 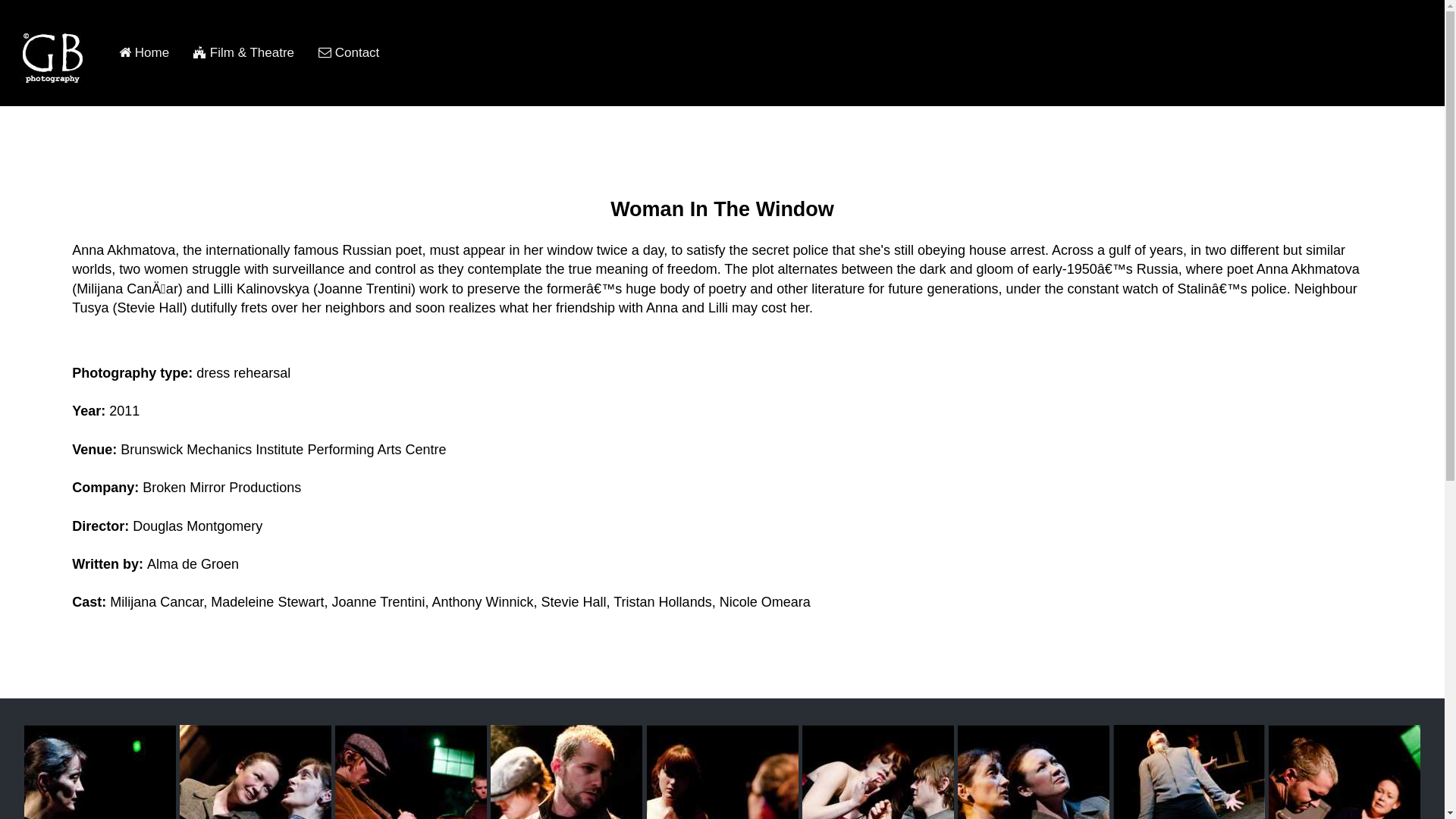 What do you see at coordinates (105, 52) in the screenshot?
I see `'Home'` at bounding box center [105, 52].